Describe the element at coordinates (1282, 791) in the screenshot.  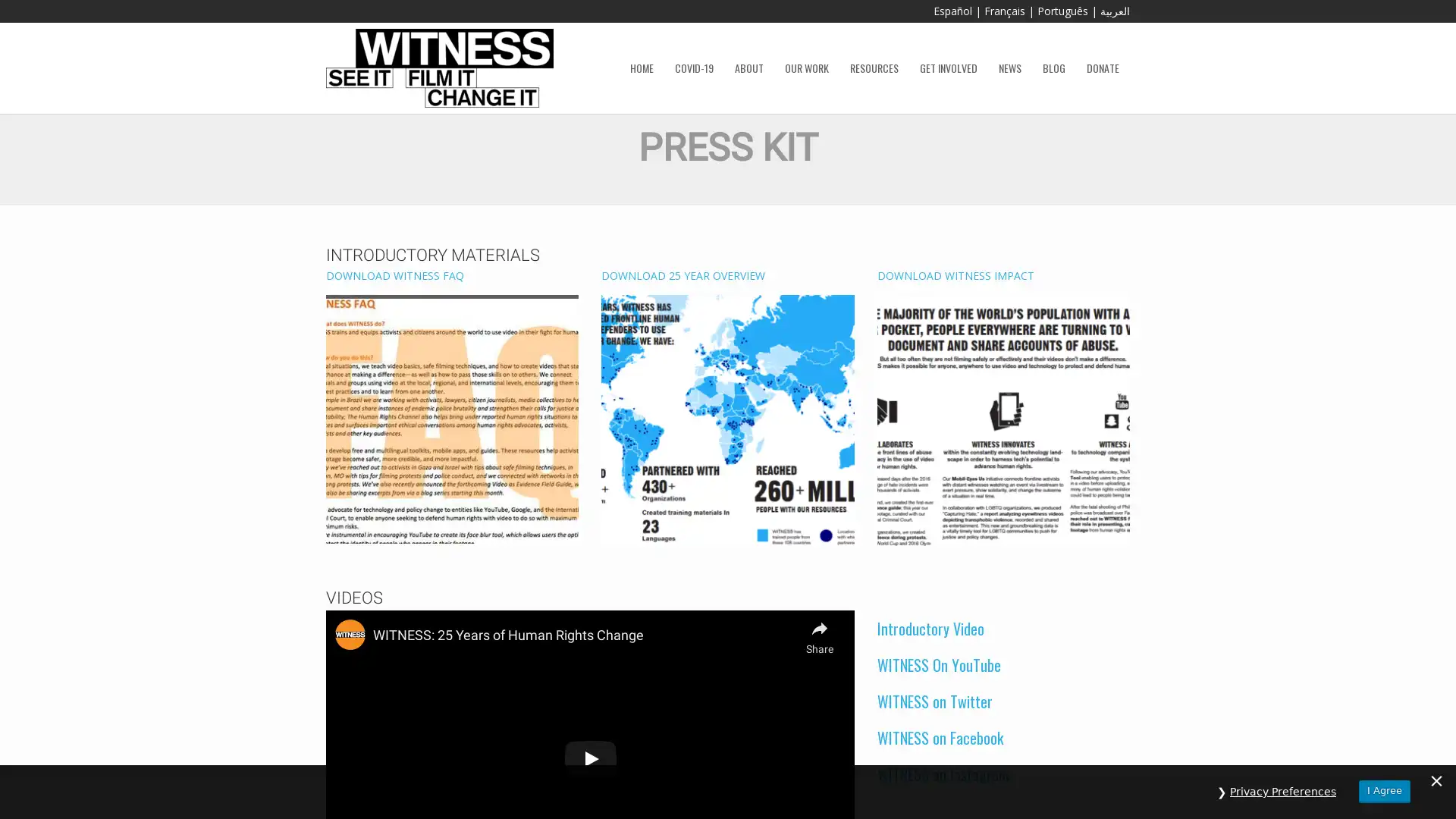
I see `Privacy Preferences` at that location.